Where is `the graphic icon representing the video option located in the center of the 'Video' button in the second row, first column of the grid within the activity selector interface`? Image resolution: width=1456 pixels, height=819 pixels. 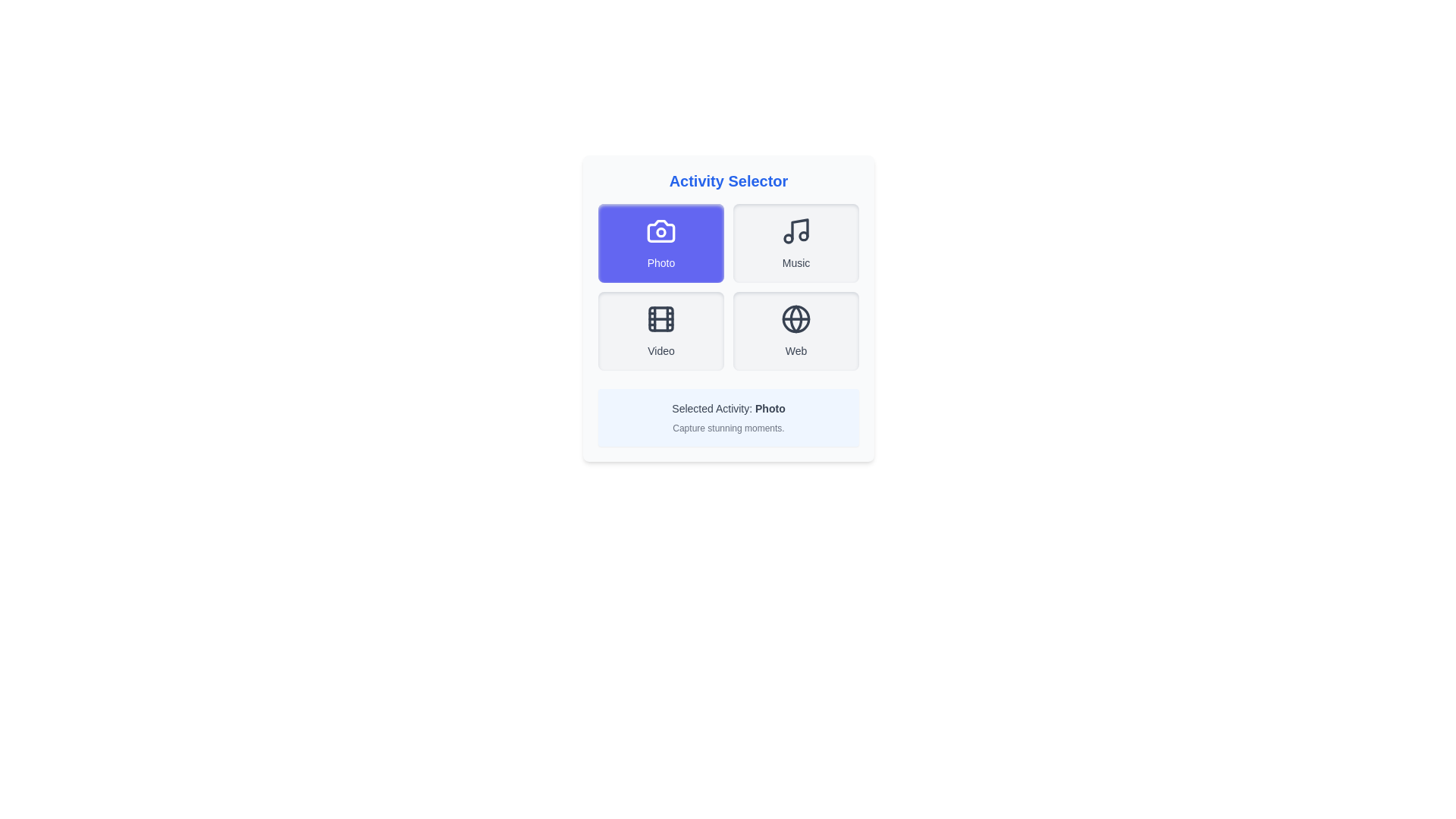 the graphic icon representing the video option located in the center of the 'Video' button in the second row, first column of the grid within the activity selector interface is located at coordinates (661, 318).